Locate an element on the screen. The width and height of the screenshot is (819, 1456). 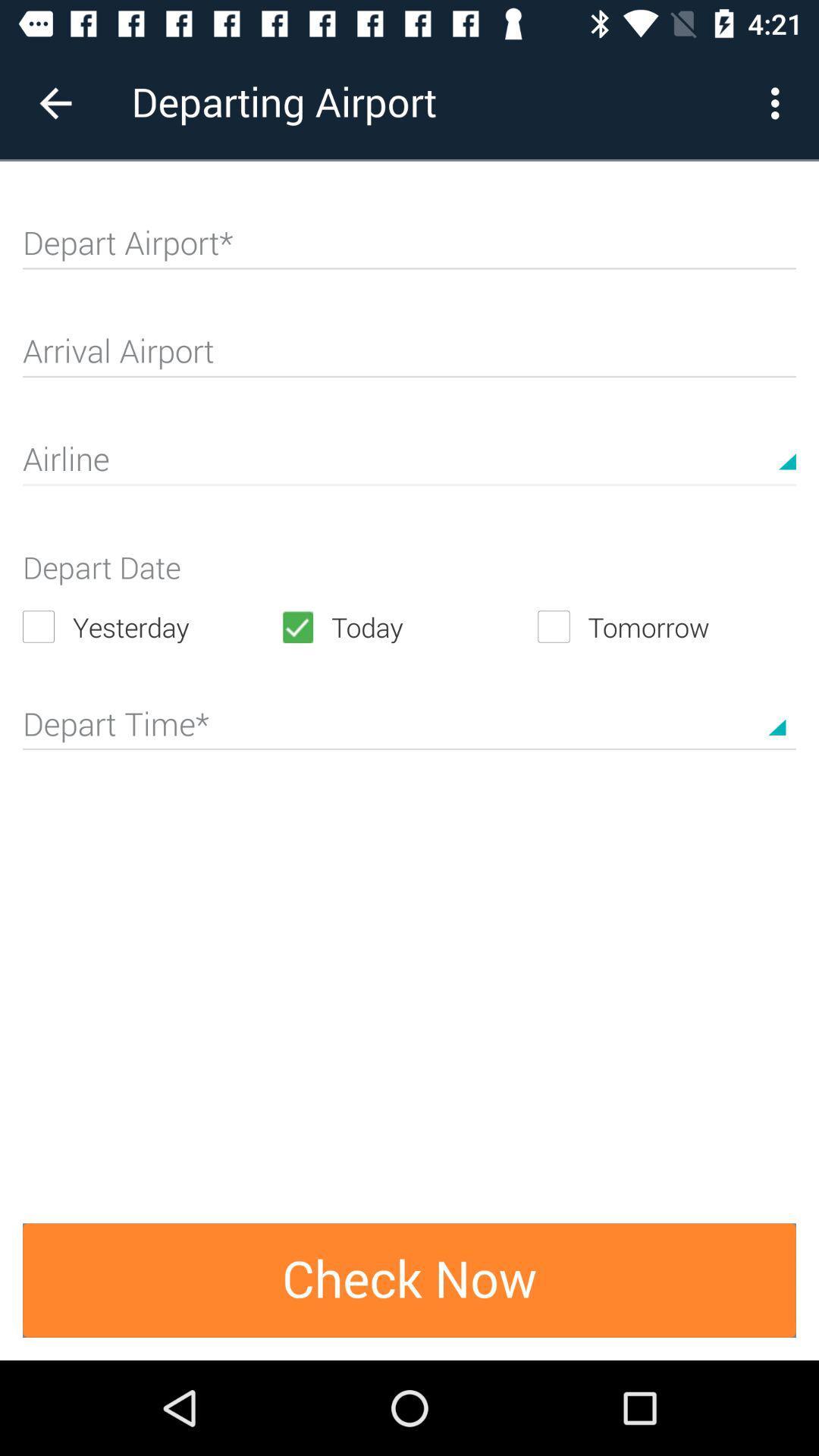
today item is located at coordinates (408, 626).